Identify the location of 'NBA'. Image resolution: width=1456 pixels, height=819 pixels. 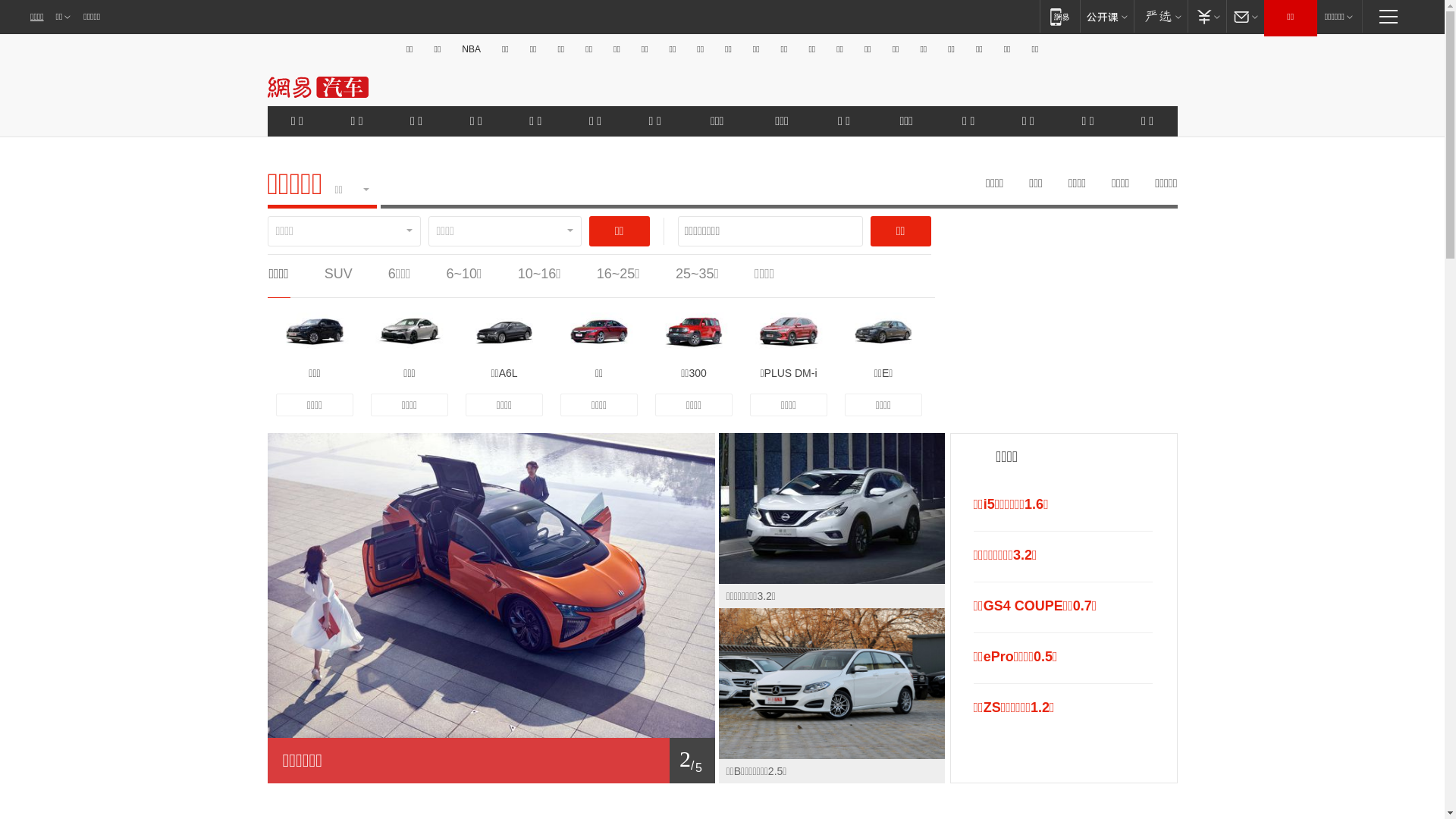
(470, 49).